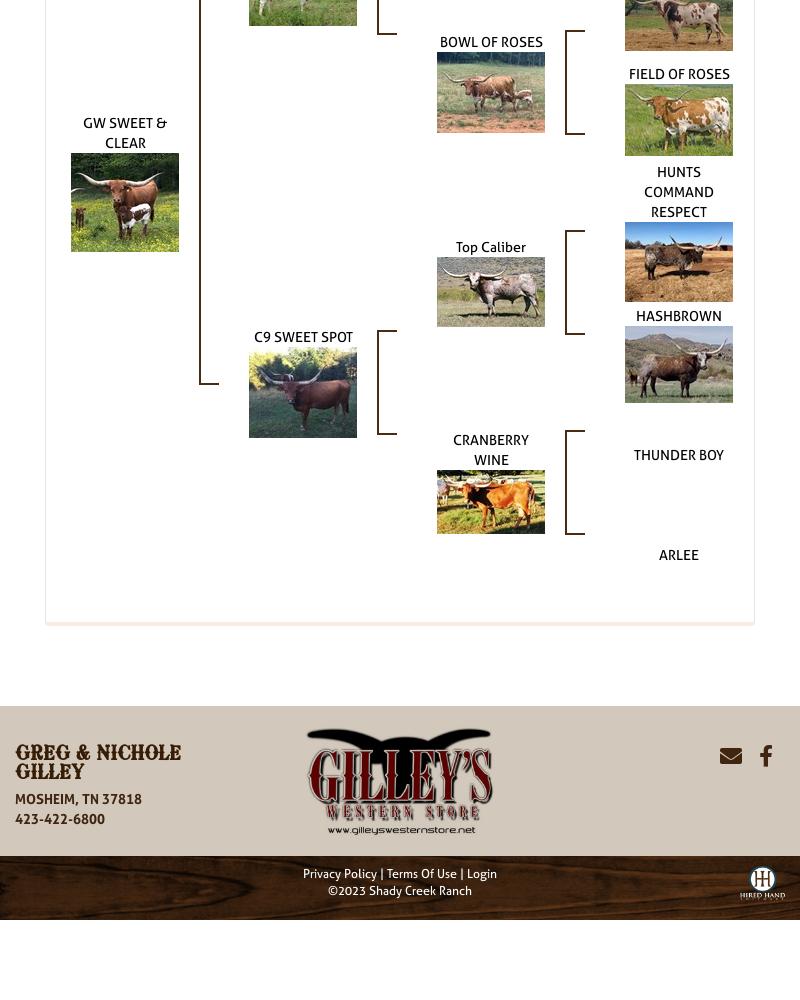 The image size is (800, 1000). What do you see at coordinates (633, 452) in the screenshot?
I see `'THUNDER BOY'` at bounding box center [633, 452].